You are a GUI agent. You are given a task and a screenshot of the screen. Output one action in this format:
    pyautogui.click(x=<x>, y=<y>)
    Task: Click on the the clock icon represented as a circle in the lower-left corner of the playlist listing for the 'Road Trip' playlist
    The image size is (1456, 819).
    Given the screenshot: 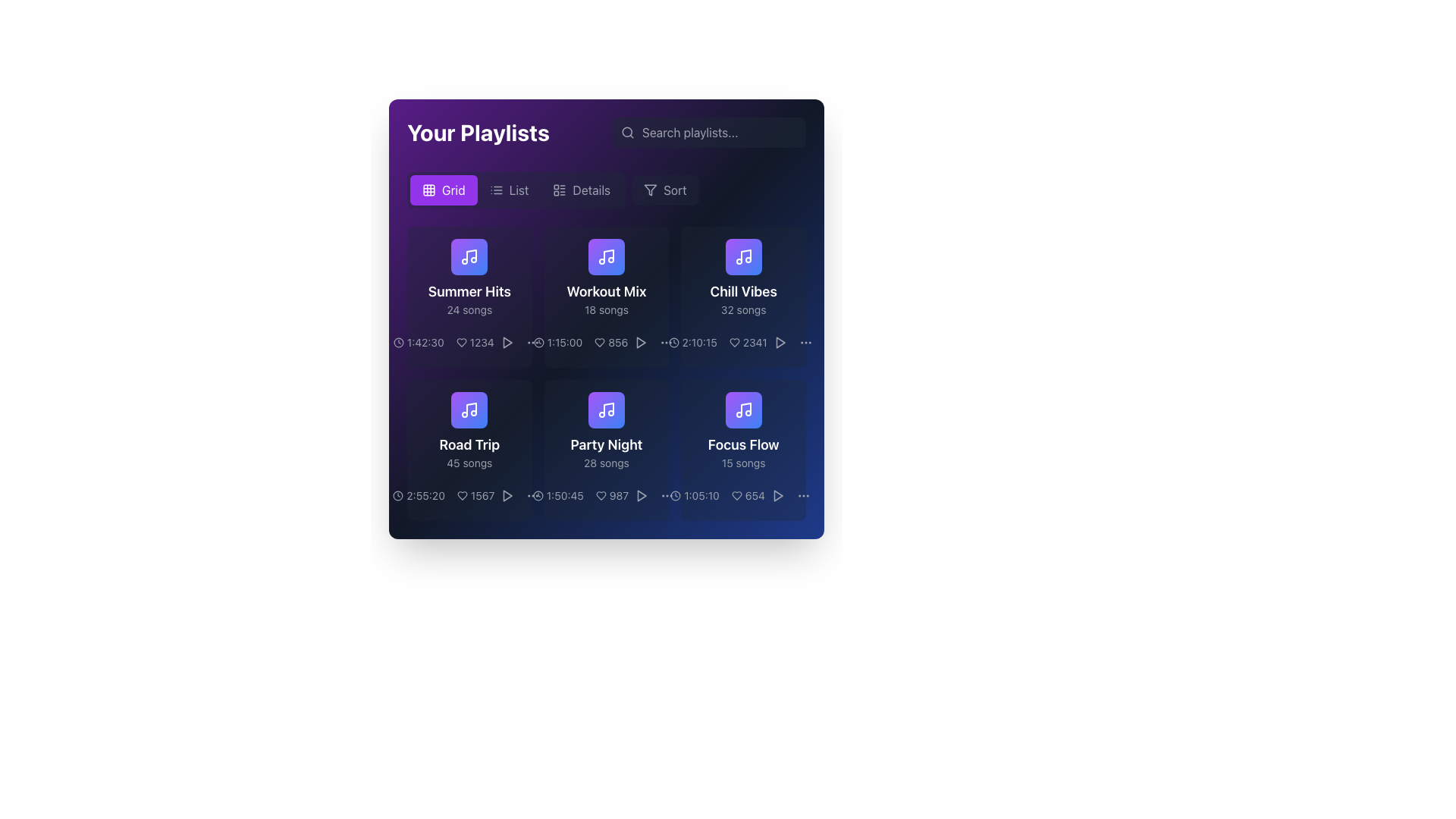 What is the action you would take?
    pyautogui.click(x=398, y=496)
    